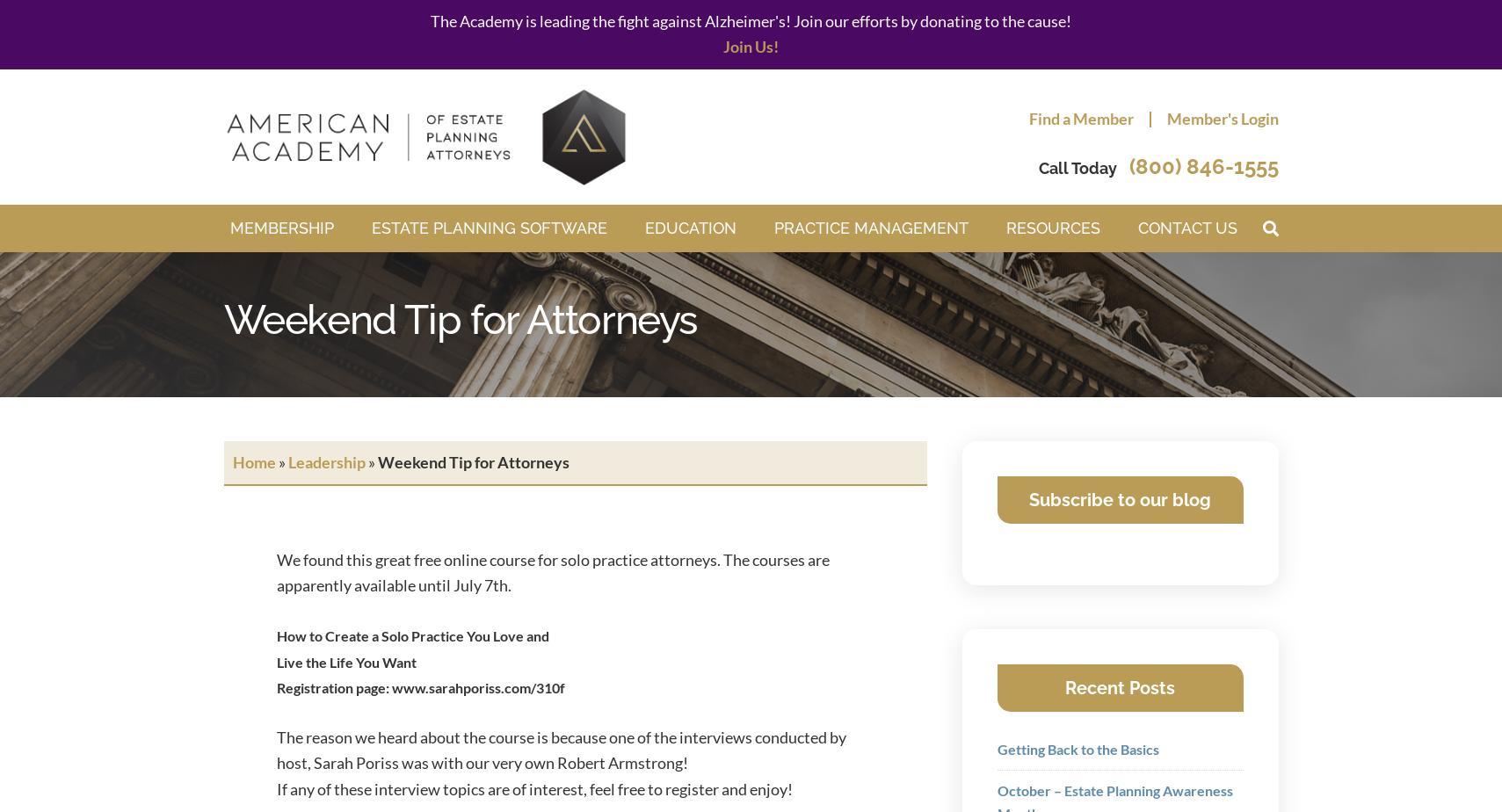 This screenshot has height=812, width=1502. Describe the element at coordinates (487, 228) in the screenshot. I see `'Estate planning software'` at that location.